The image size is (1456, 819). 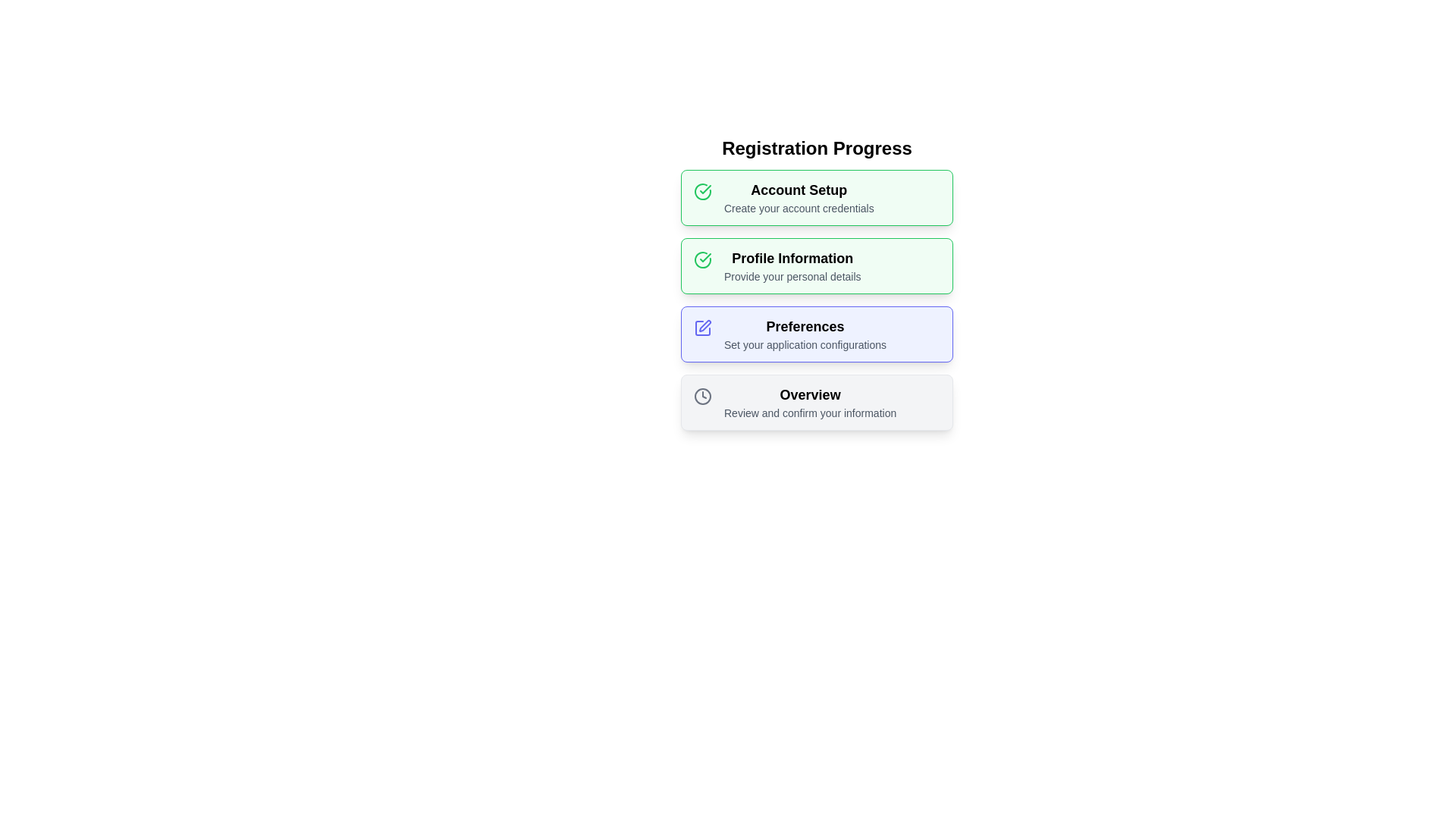 I want to click on the 'Preferences' icon, which serves as a visual marker for configuration or customization features and is located in the top-left corner inside the 'Preferences' button, so click(x=701, y=326).